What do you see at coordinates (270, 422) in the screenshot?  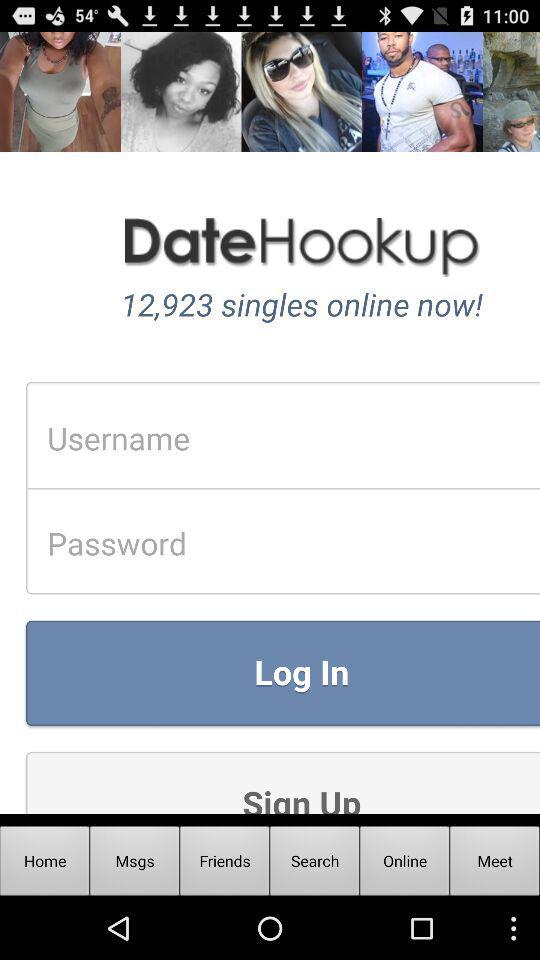 I see `description` at bounding box center [270, 422].